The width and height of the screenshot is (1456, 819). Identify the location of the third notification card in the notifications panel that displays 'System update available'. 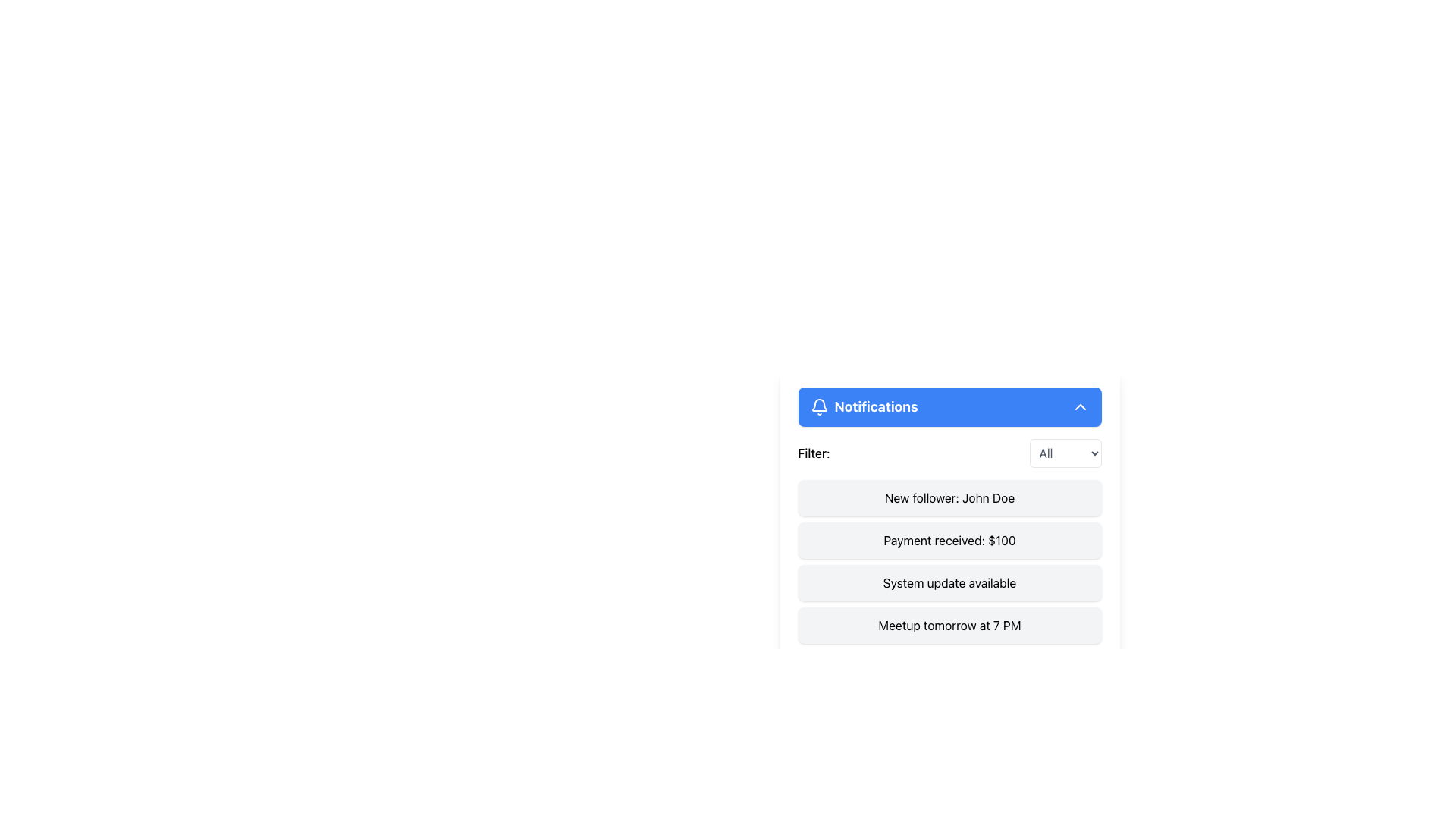
(949, 582).